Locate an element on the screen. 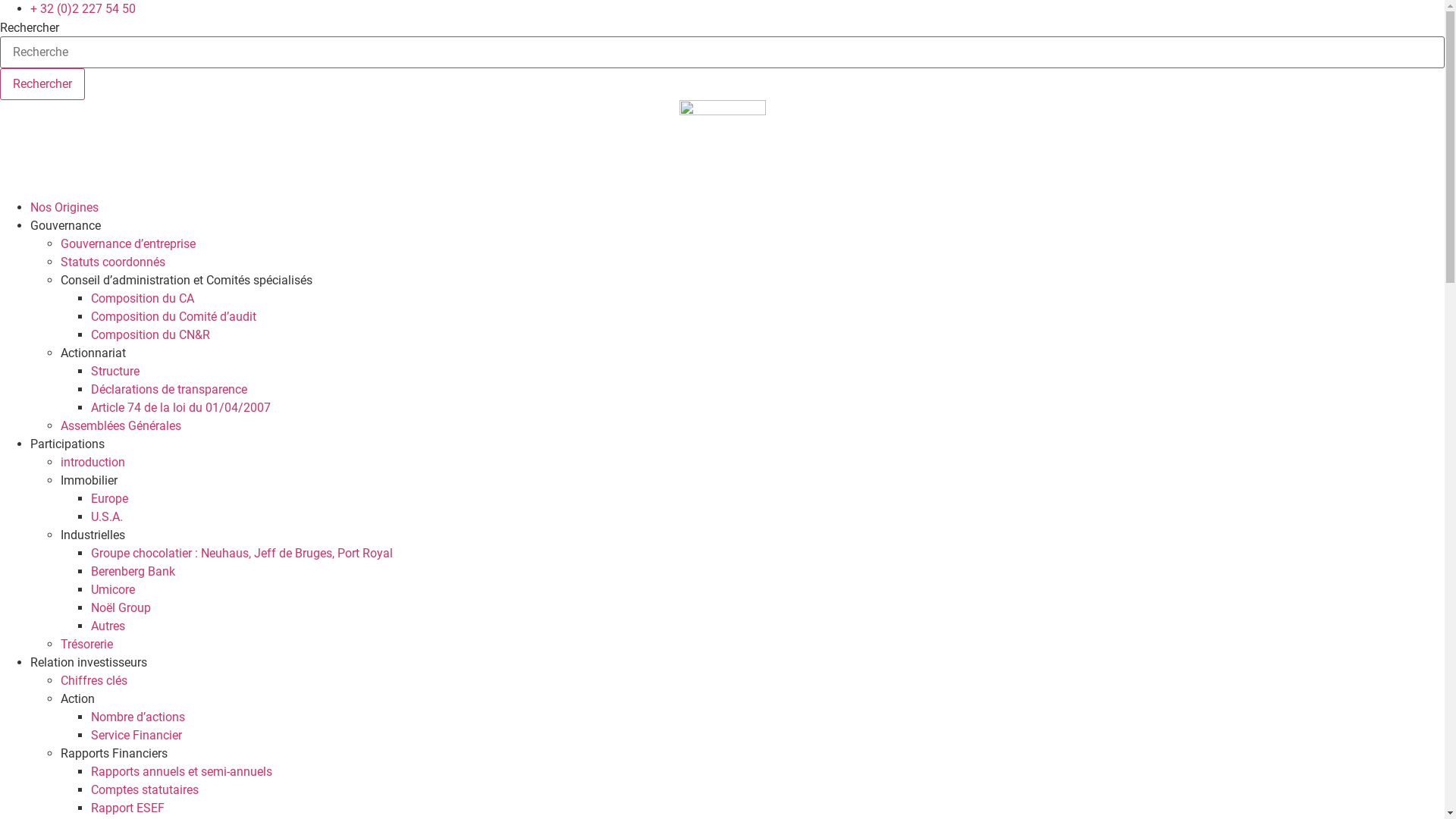 The width and height of the screenshot is (1456, 819). '+ 32 (0)2 227 54 50' is located at coordinates (82, 8).